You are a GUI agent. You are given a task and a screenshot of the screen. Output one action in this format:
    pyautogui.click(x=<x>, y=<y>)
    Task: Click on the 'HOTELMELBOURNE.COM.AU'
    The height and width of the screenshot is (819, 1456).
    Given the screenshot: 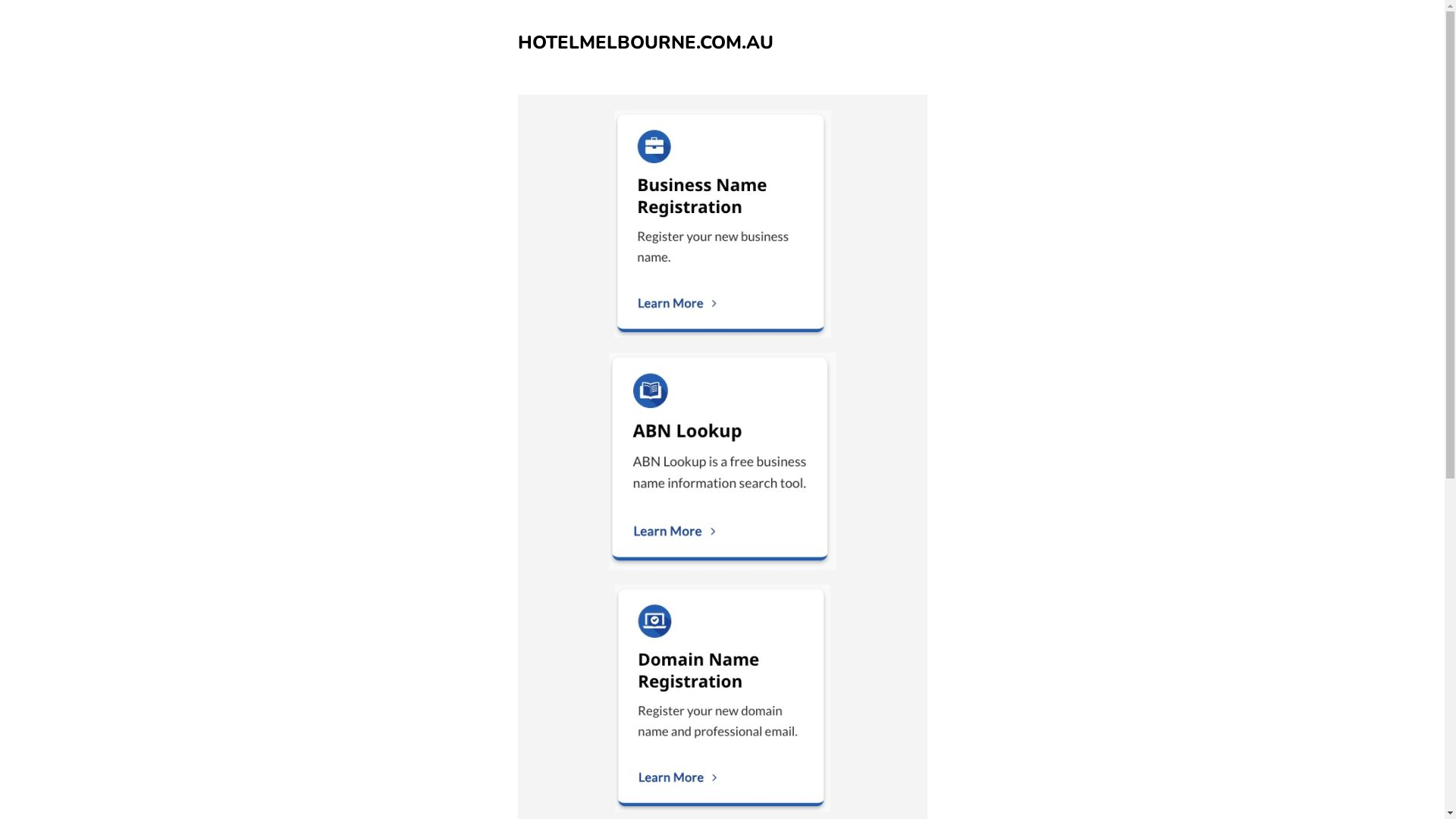 What is the action you would take?
    pyautogui.click(x=645, y=42)
    